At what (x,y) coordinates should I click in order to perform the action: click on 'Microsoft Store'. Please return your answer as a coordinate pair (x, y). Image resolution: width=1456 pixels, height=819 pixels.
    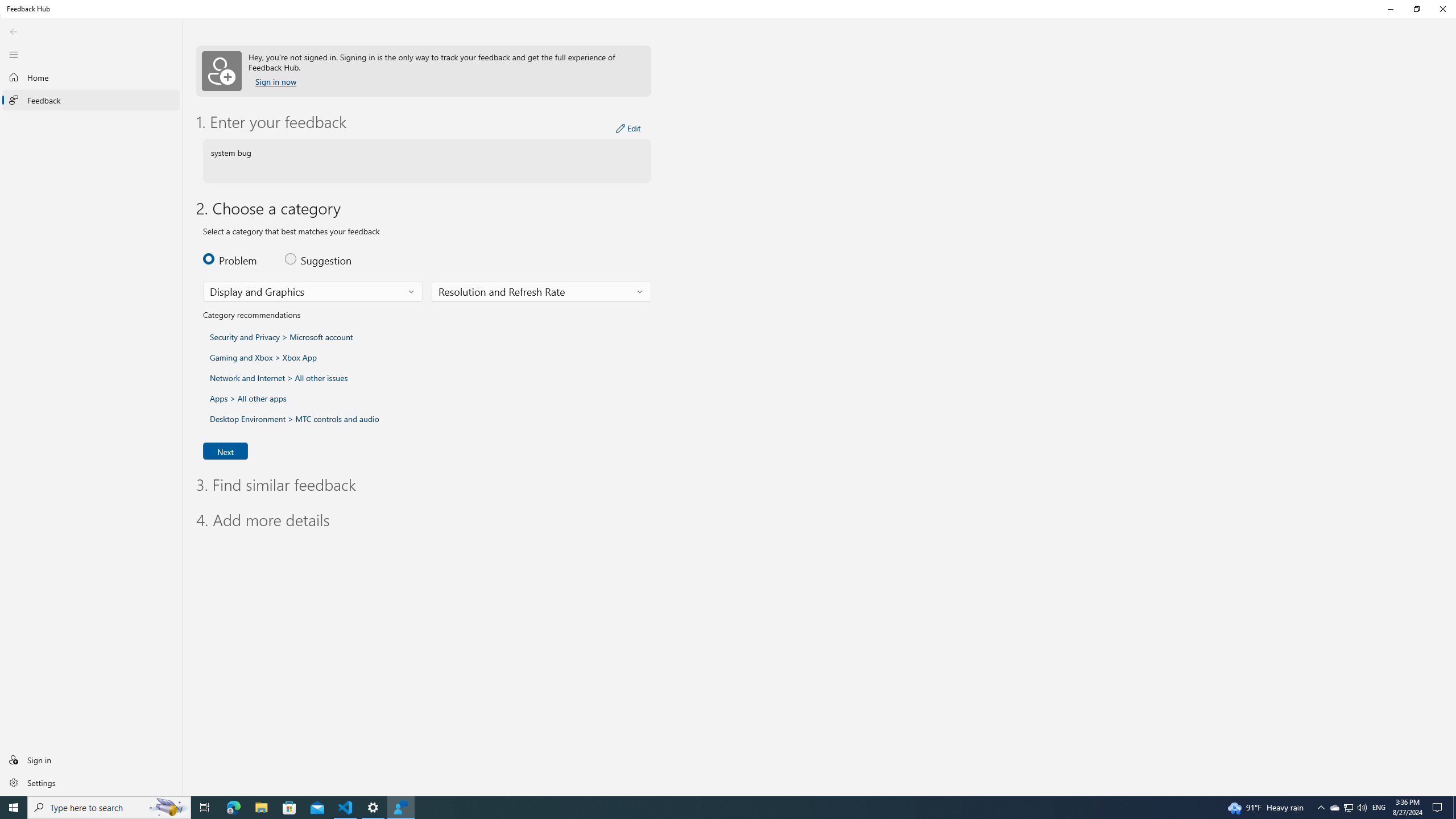
    Looking at the image, I should click on (289, 806).